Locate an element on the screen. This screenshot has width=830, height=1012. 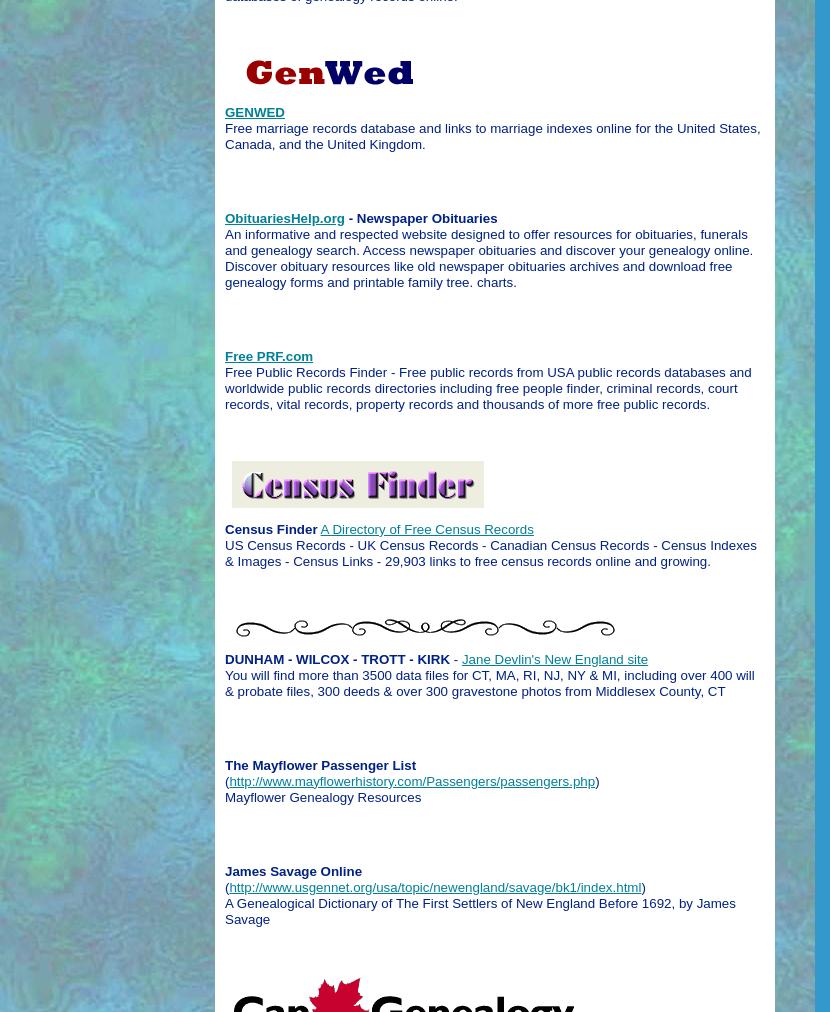
'GENWED' is located at coordinates (254, 110).